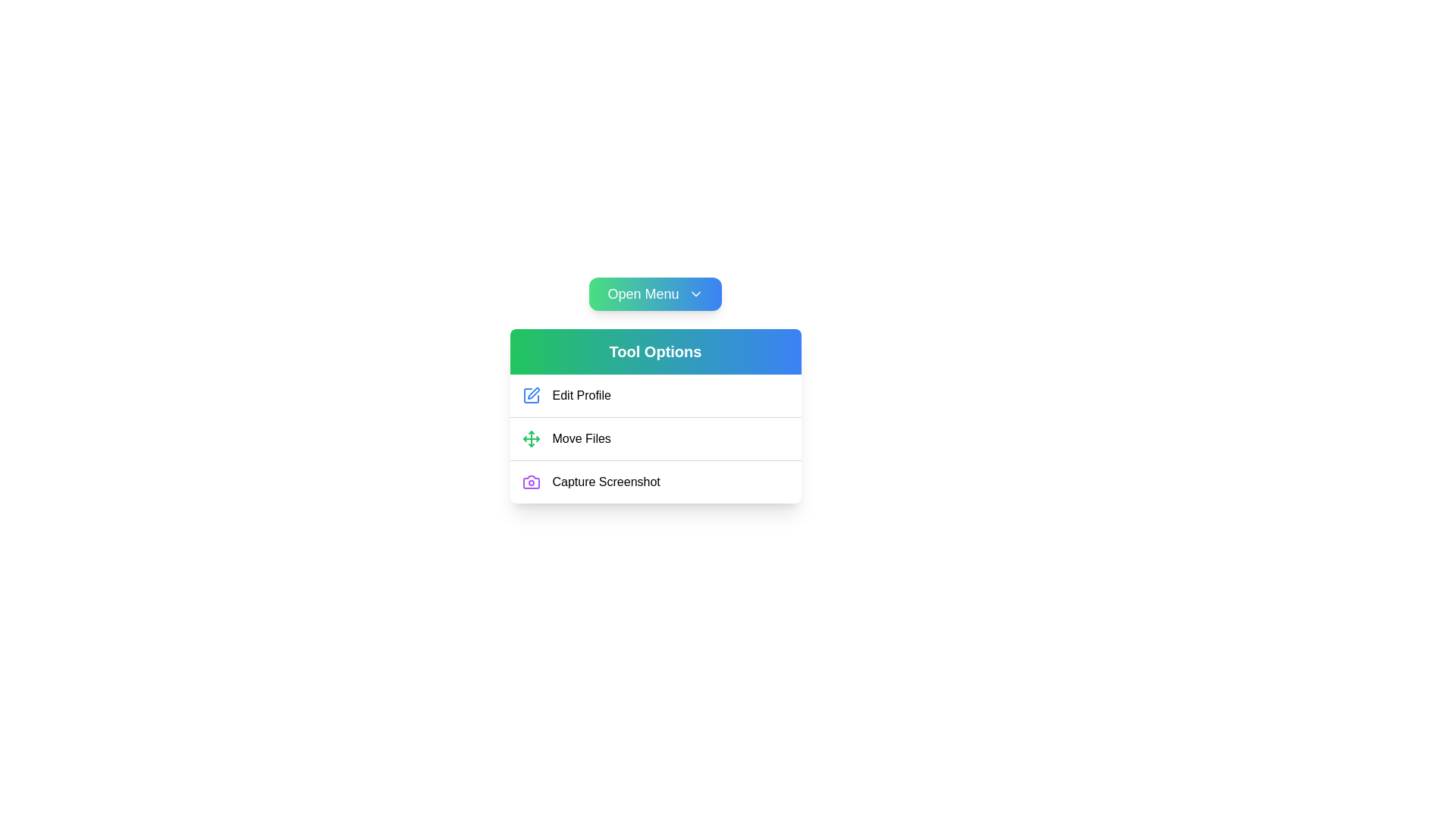  What do you see at coordinates (531, 394) in the screenshot?
I see `the editing function icon located to the left of the 'Edit Profile' text in the 'Tool Options' menu` at bounding box center [531, 394].